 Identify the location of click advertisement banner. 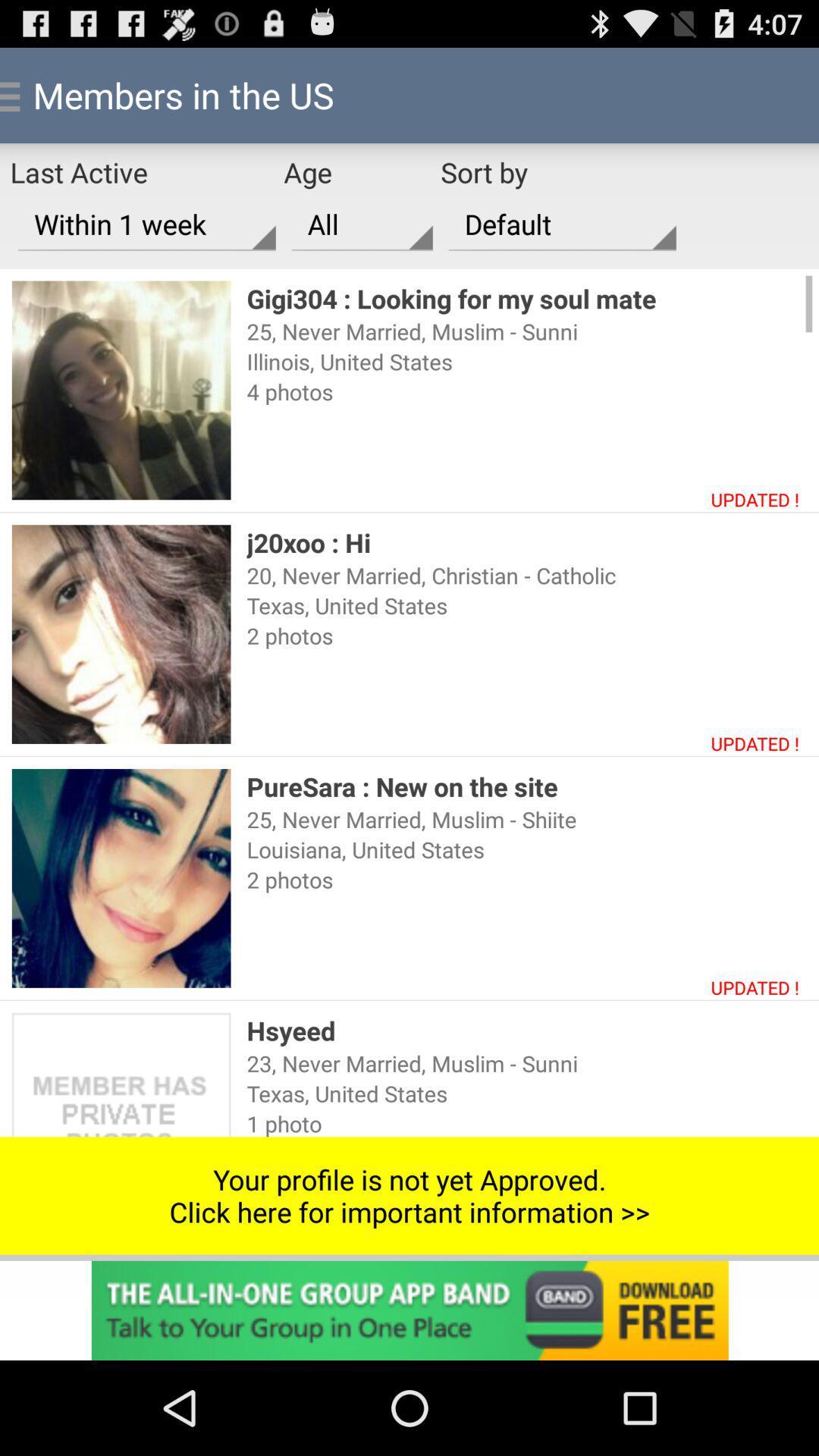
(409, 1310).